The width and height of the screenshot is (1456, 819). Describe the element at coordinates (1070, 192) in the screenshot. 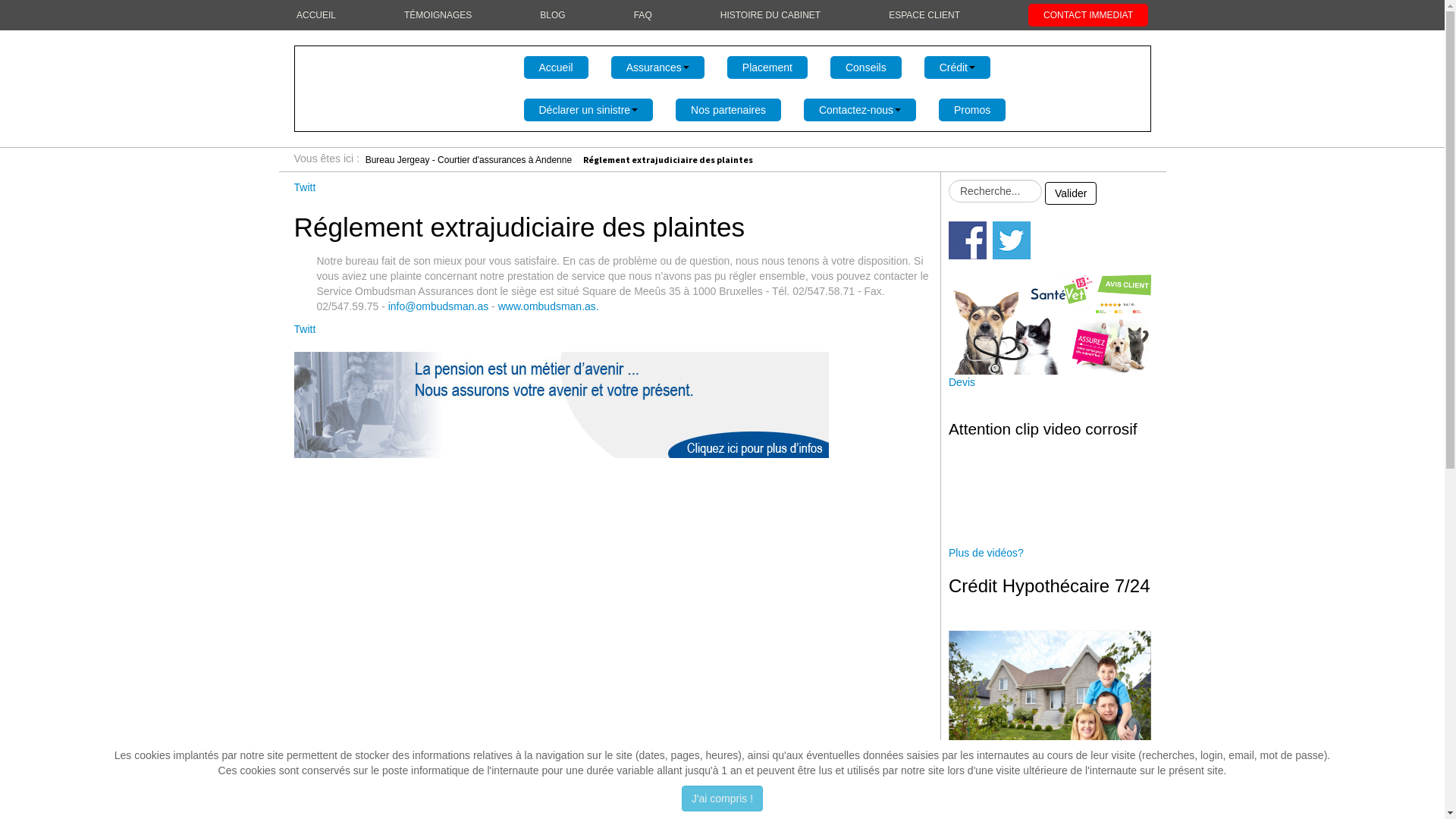

I see `'Valider'` at that location.